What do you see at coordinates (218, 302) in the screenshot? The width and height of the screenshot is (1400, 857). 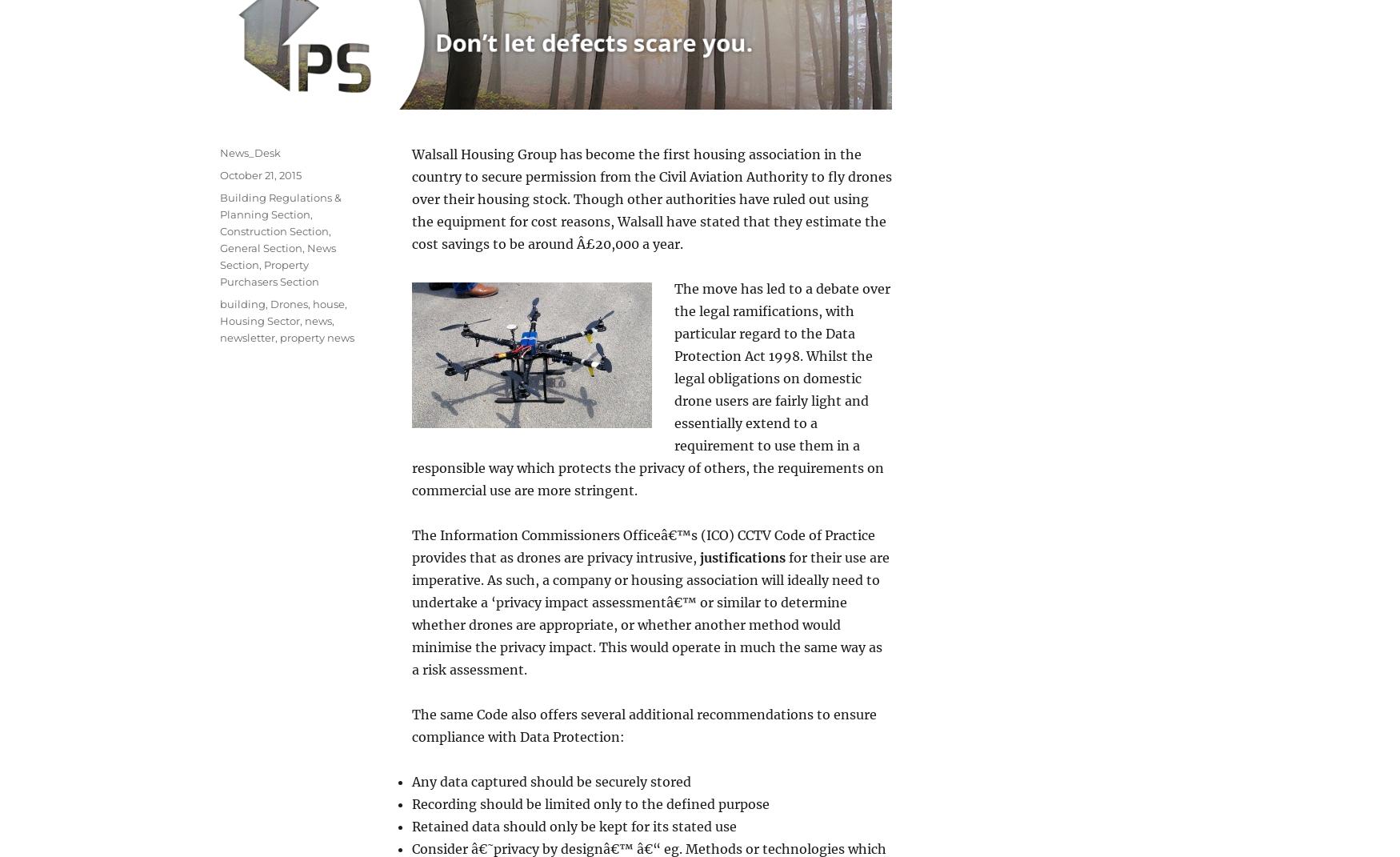 I see `'building'` at bounding box center [218, 302].